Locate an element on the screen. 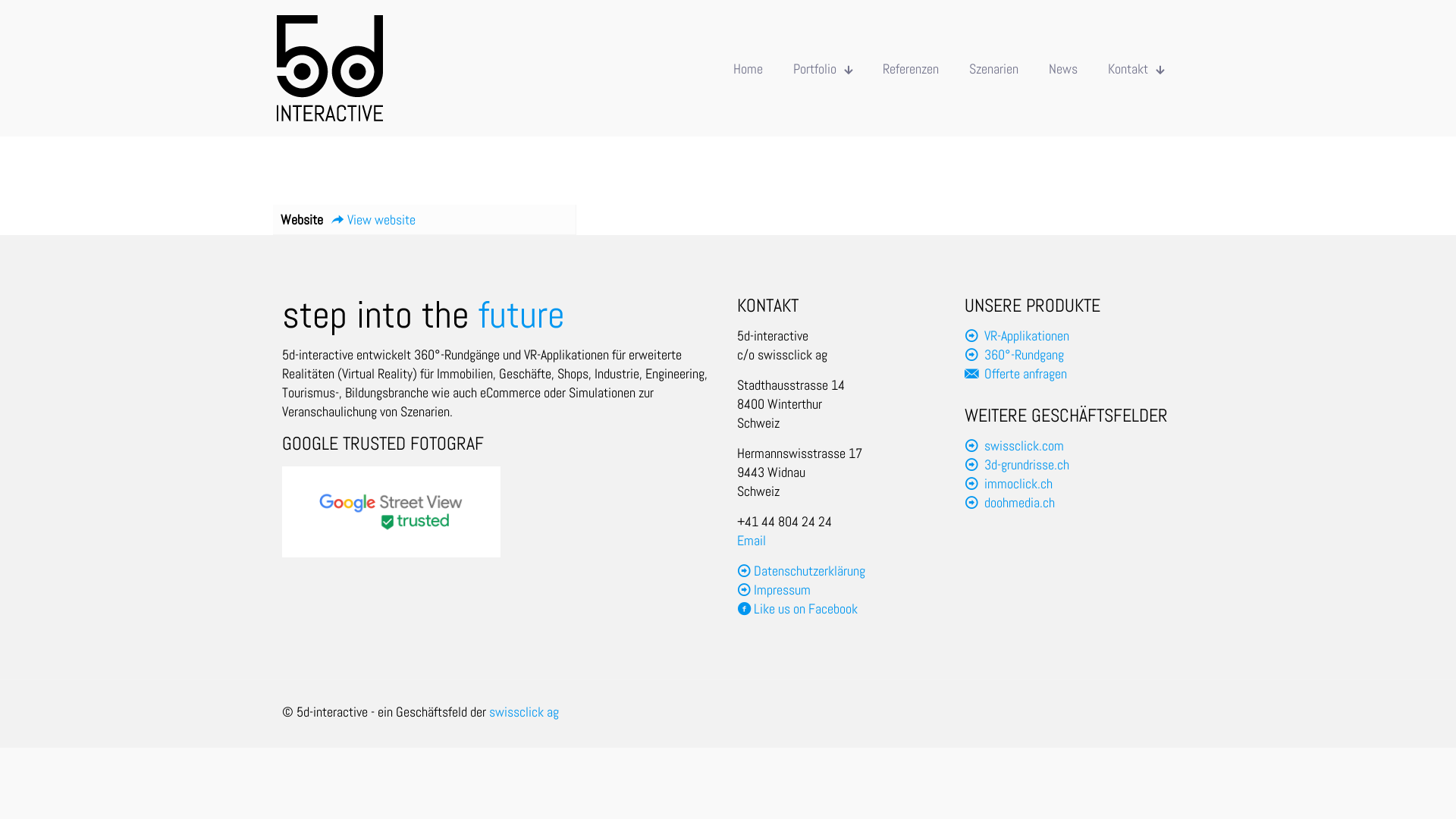 The width and height of the screenshot is (1456, 819). 'VR-Applikationen' is located at coordinates (984, 334).